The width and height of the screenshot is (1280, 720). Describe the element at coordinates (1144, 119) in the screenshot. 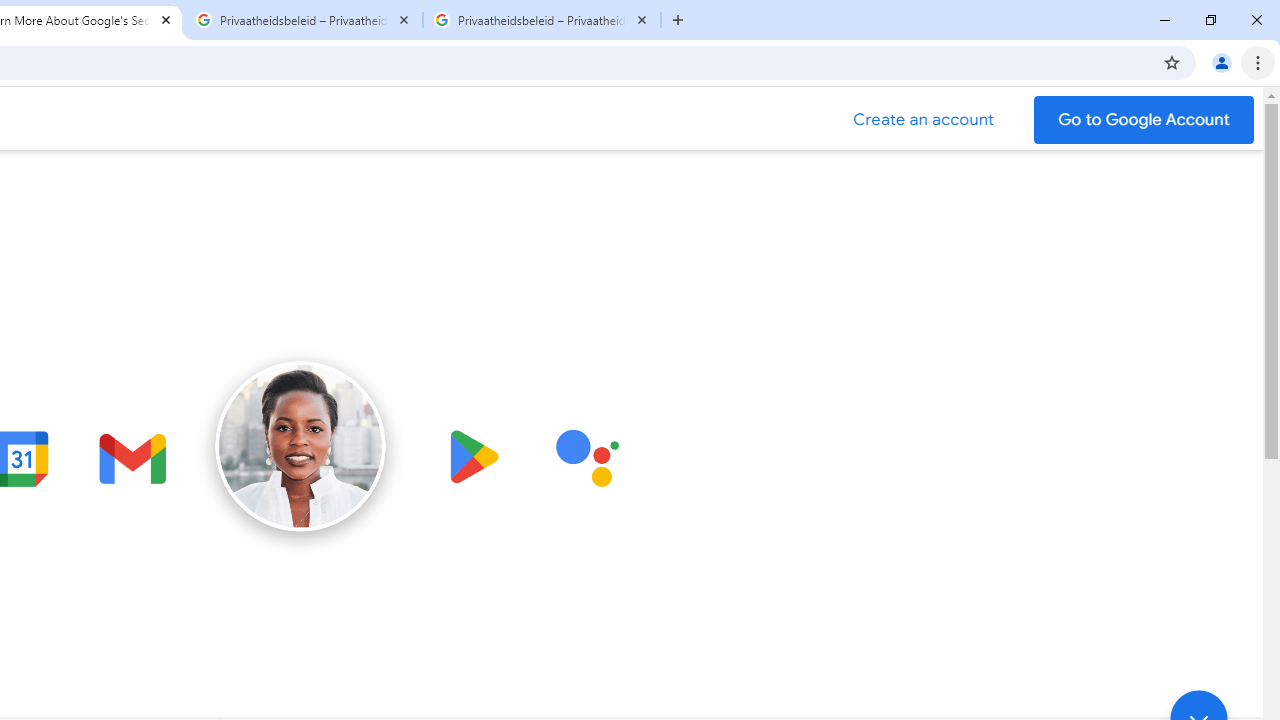

I see `'Go to your Google Account'` at that location.